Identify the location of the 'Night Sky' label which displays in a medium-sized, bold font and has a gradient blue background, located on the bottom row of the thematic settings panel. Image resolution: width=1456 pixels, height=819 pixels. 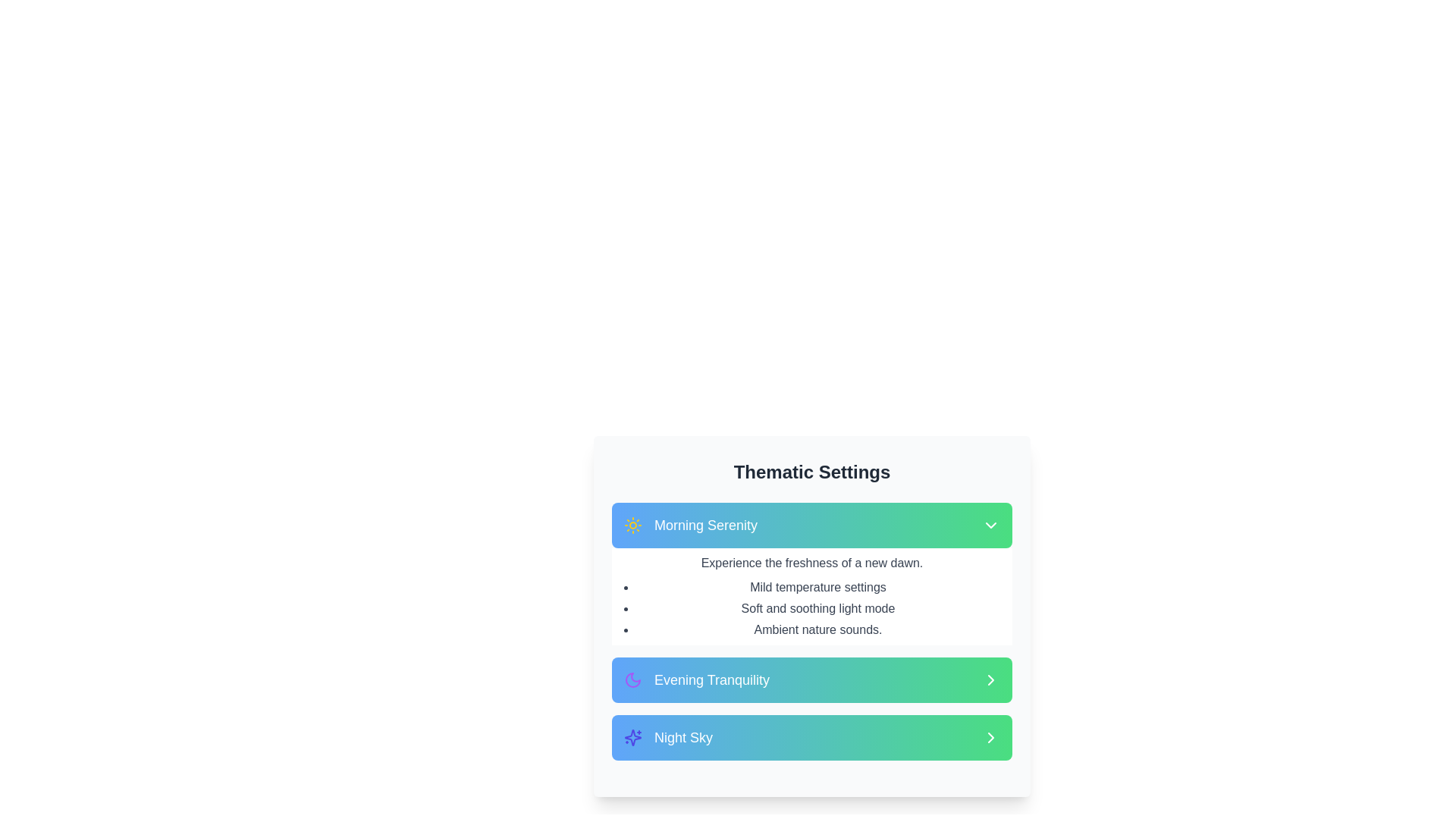
(682, 736).